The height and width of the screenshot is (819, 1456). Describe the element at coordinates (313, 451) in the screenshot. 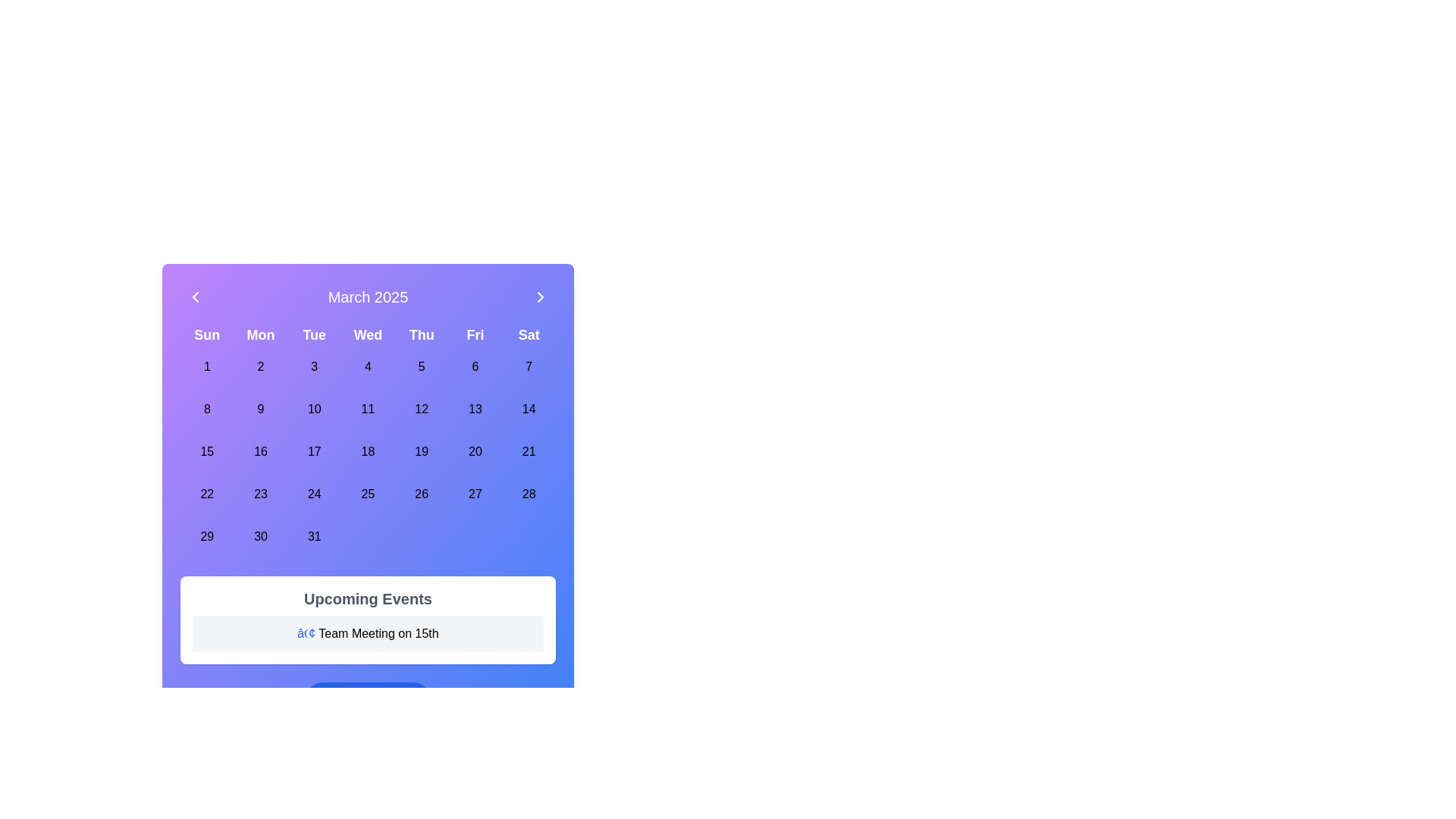

I see `the circular calendar date button displaying '17' in bold black font` at that location.